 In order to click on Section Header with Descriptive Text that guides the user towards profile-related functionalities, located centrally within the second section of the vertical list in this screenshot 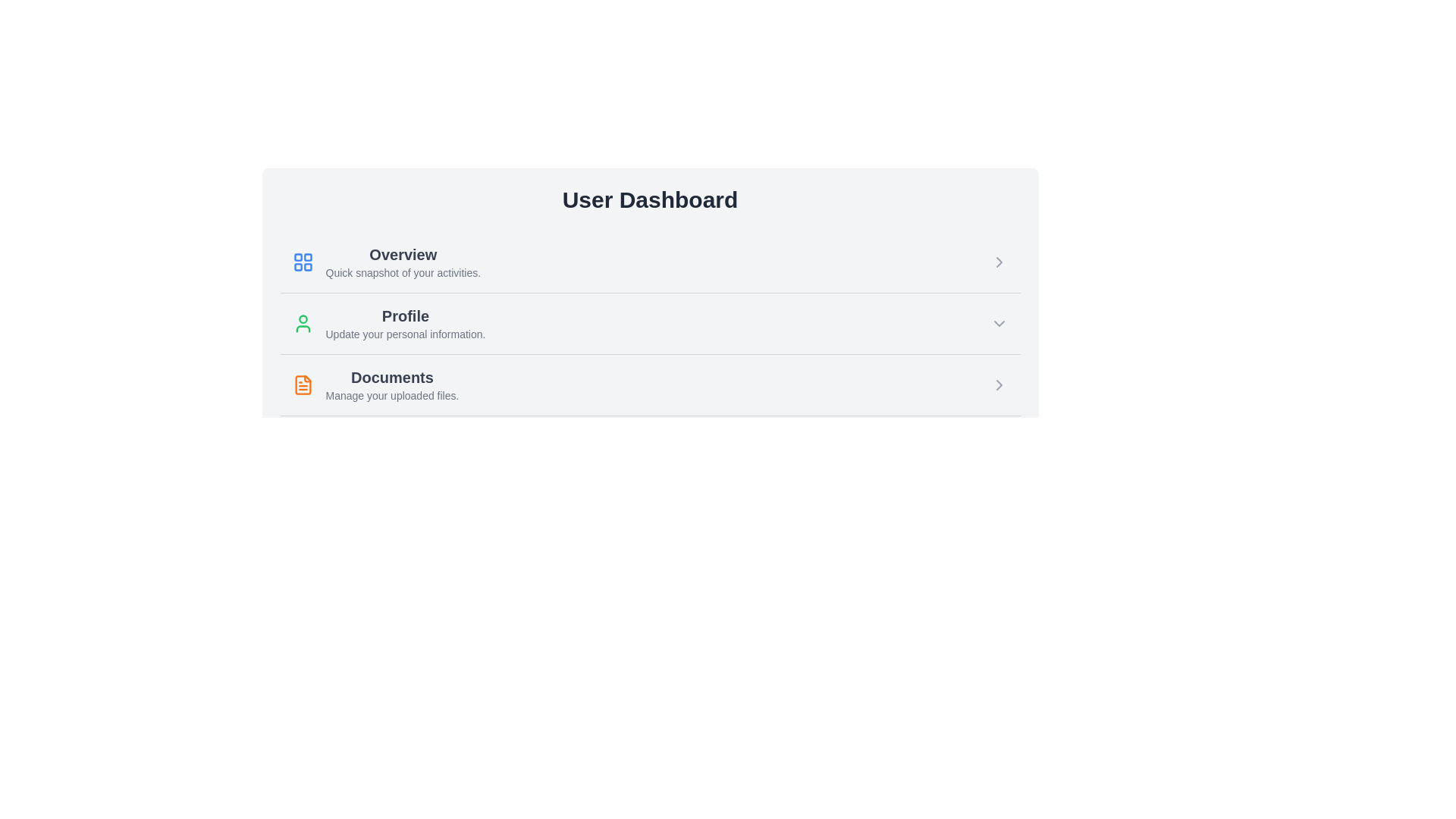, I will do `click(405, 323)`.